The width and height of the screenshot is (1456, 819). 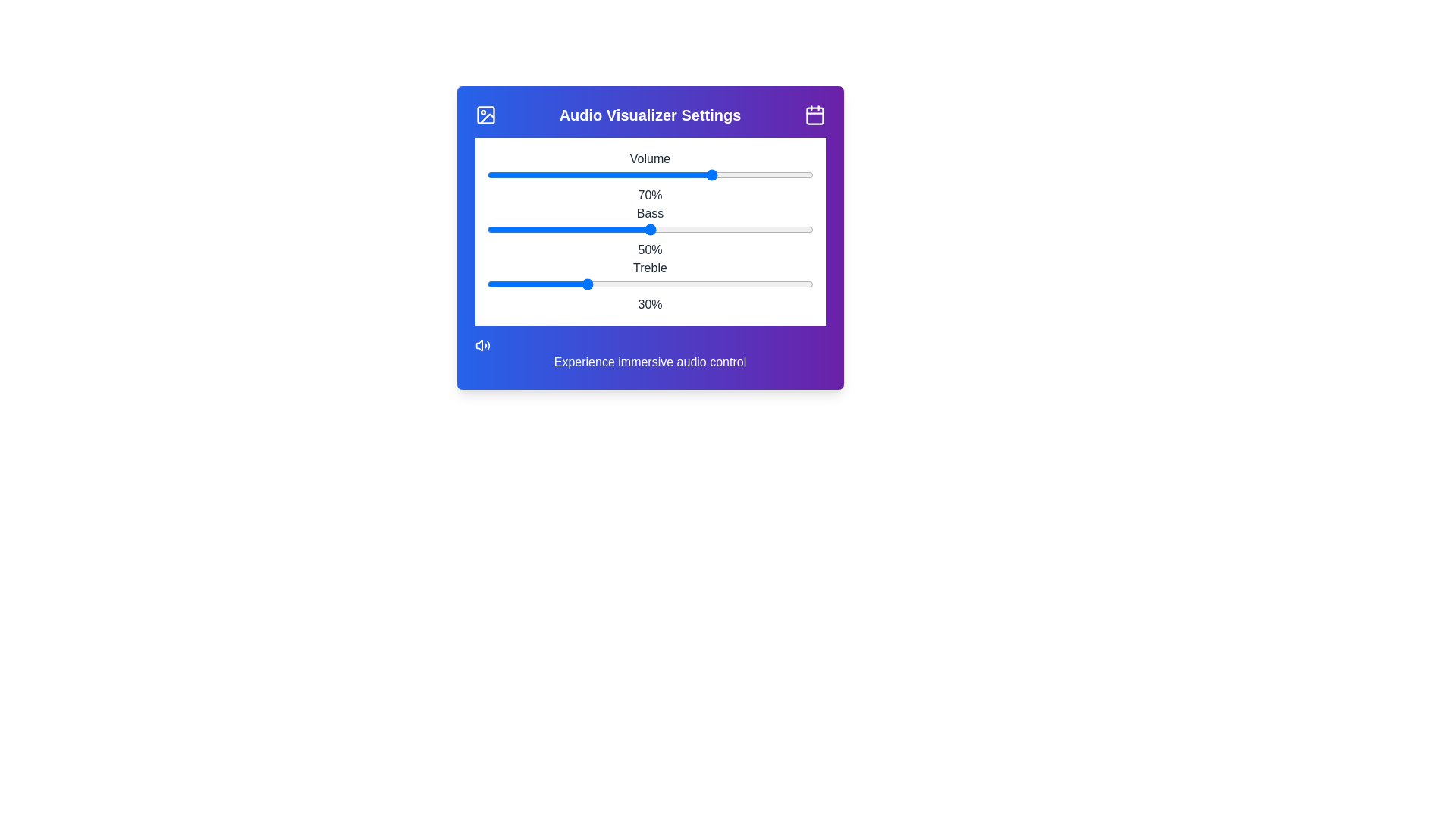 I want to click on the bass slider to set the bass level to 61%, so click(x=685, y=230).